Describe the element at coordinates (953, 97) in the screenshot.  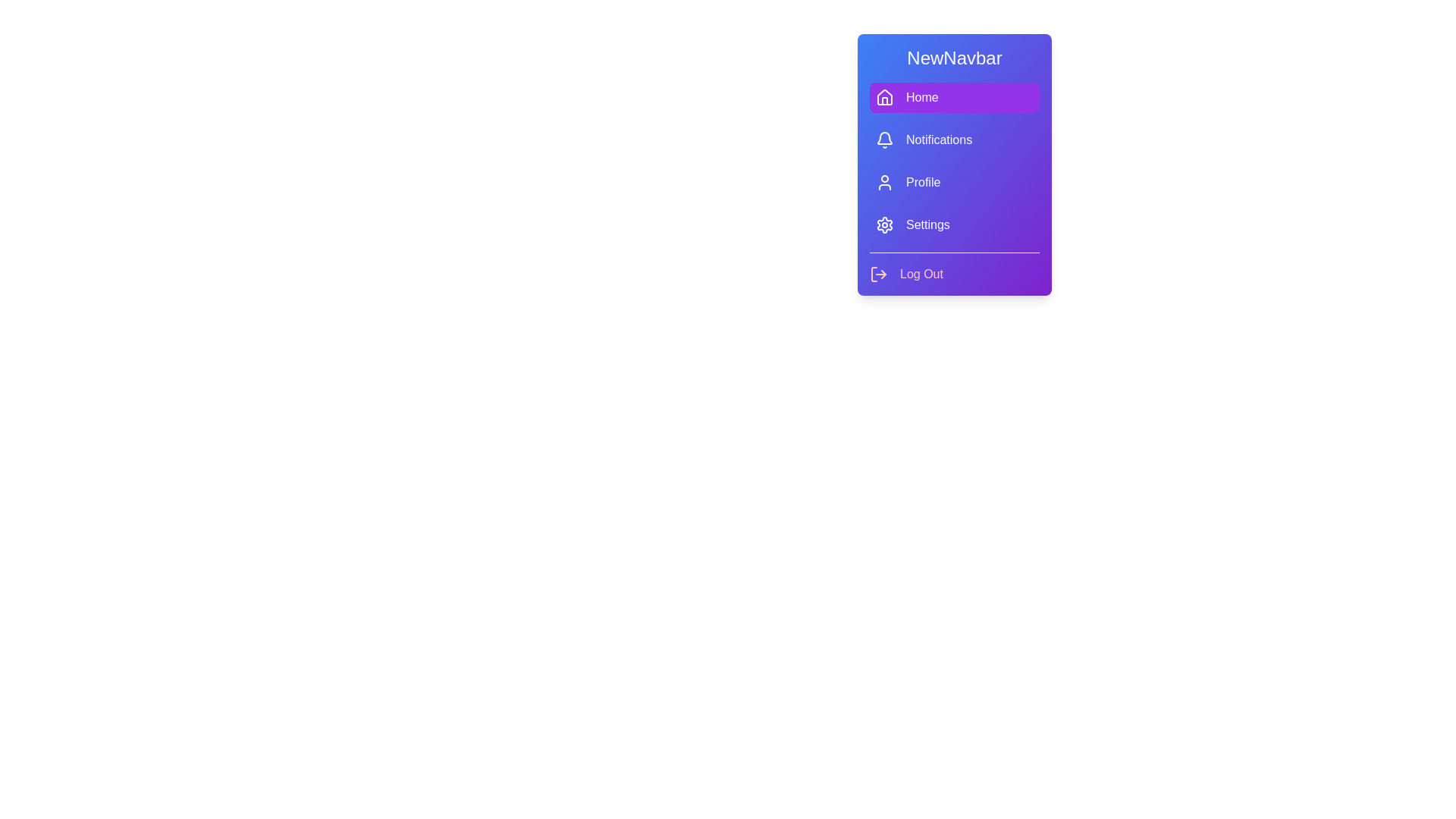
I see `the 'Home' navigation button located at the top of the sidebar menu` at that location.